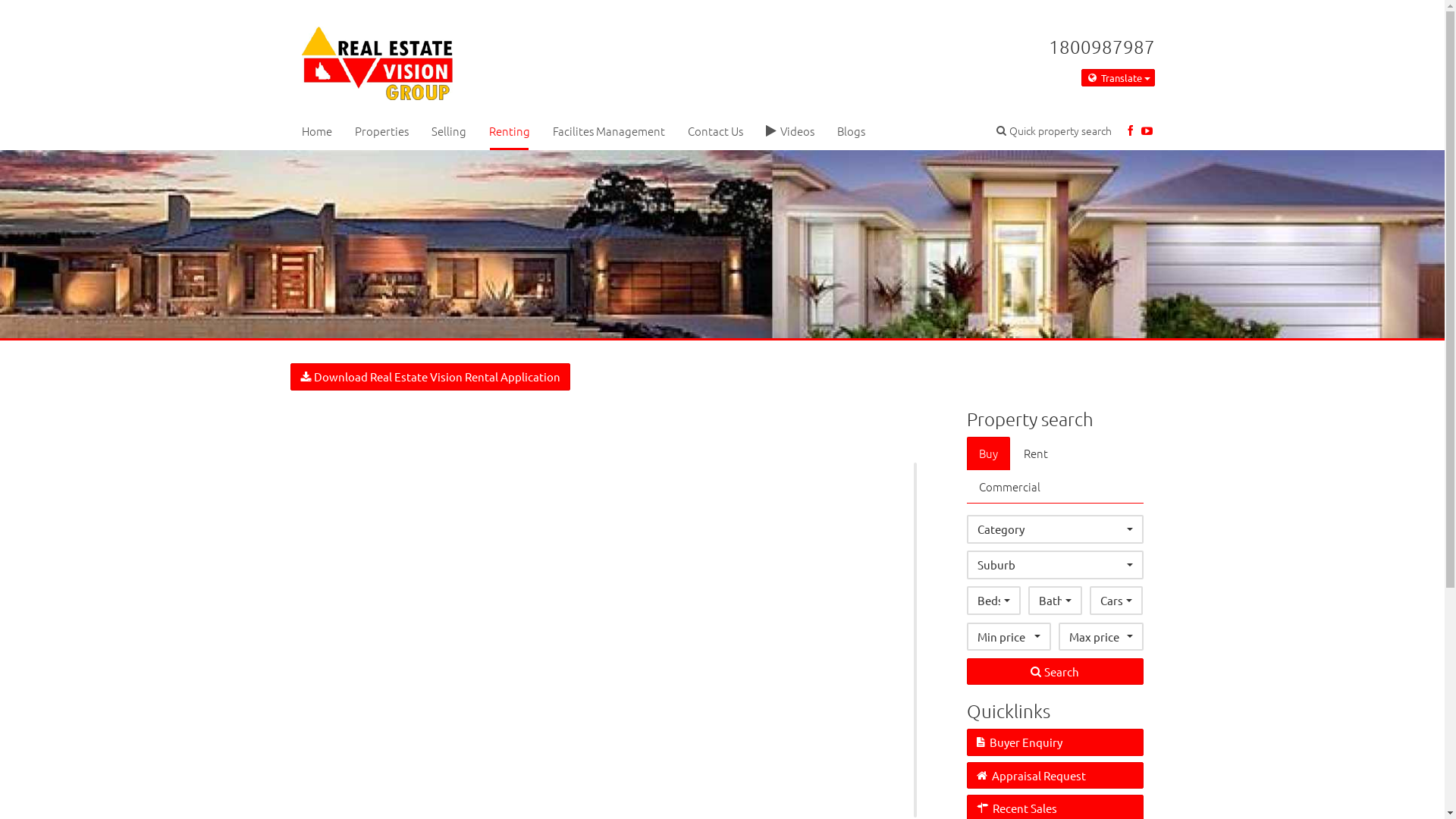 This screenshot has height=819, width=1456. What do you see at coordinates (966, 670) in the screenshot?
I see `'Search'` at bounding box center [966, 670].